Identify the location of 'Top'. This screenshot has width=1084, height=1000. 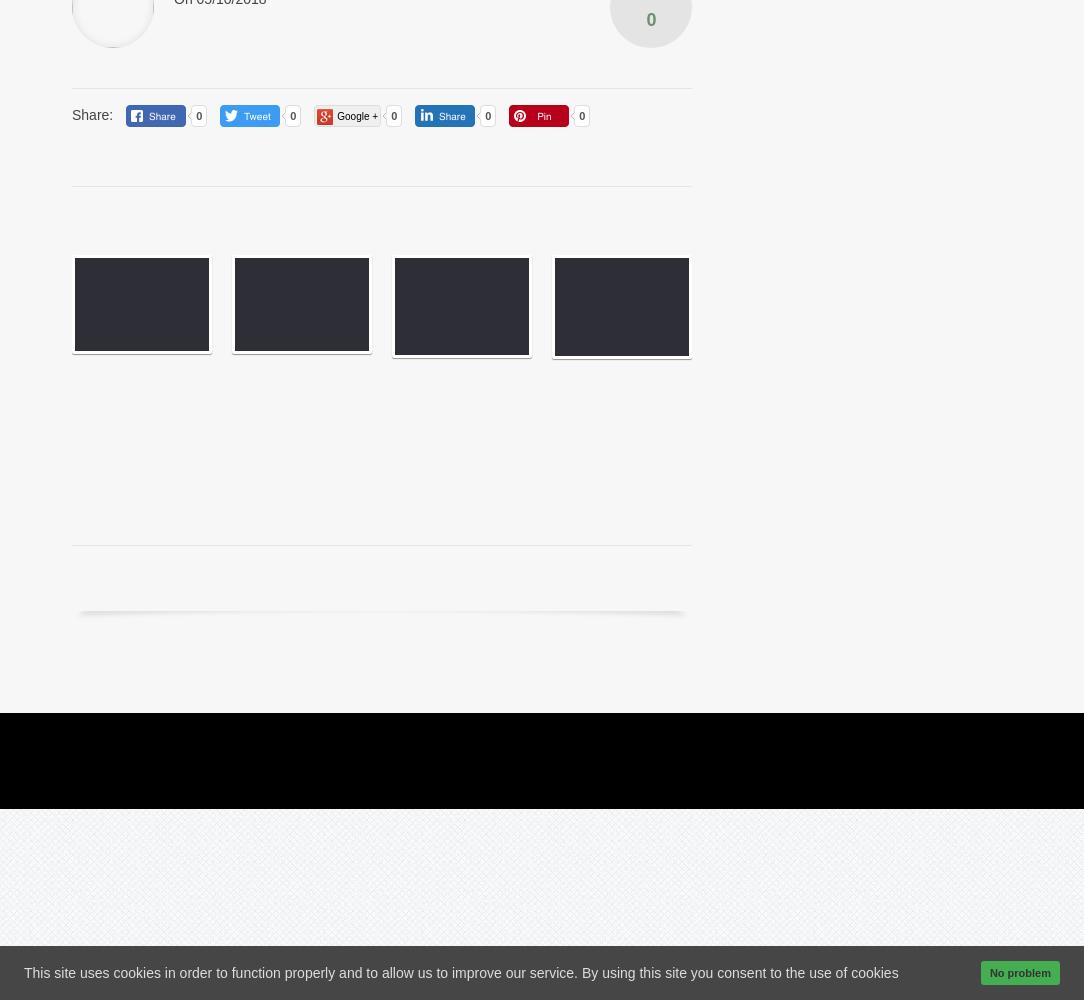
(977, 737).